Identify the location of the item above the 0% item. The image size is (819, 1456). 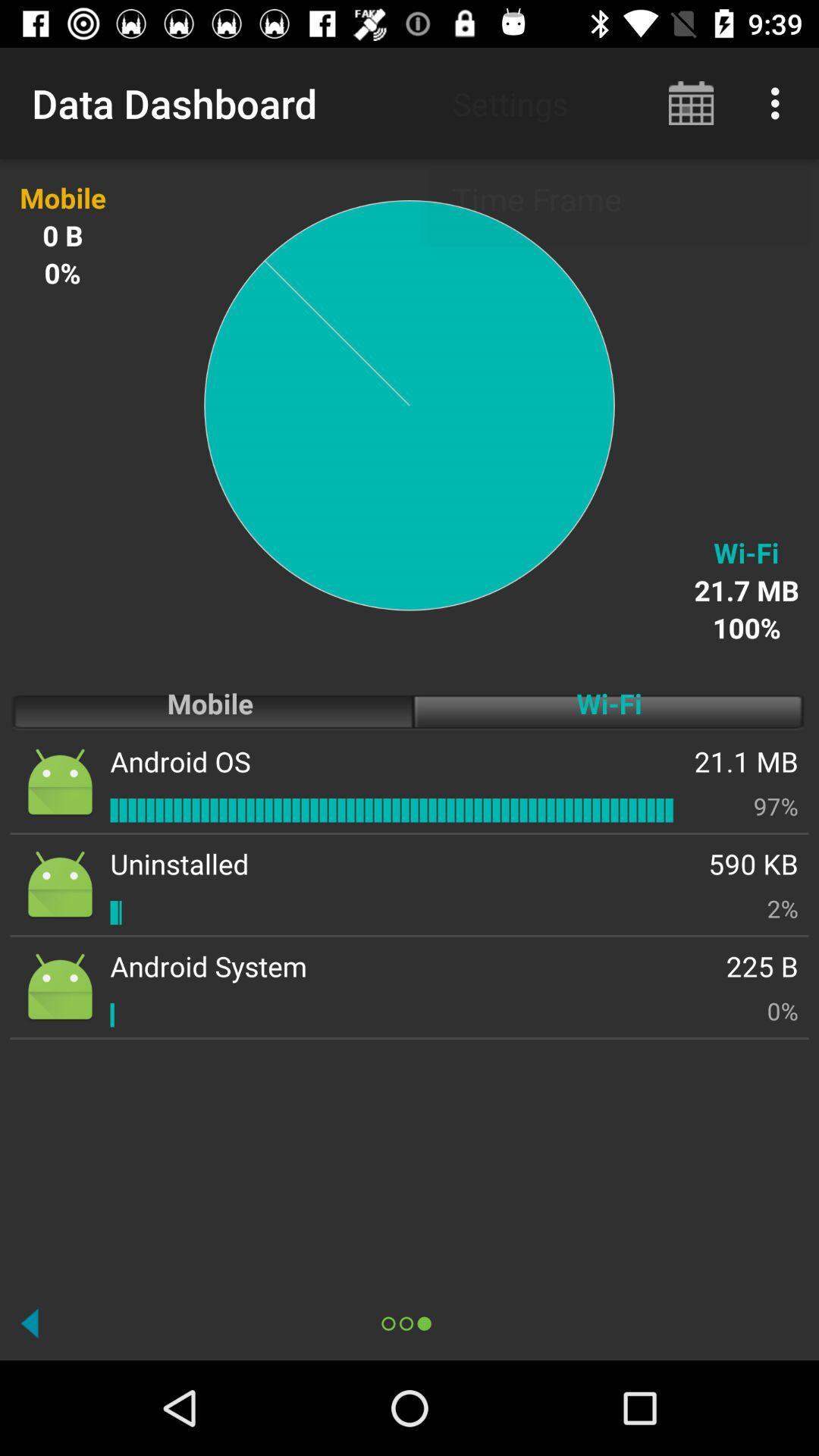
(762, 965).